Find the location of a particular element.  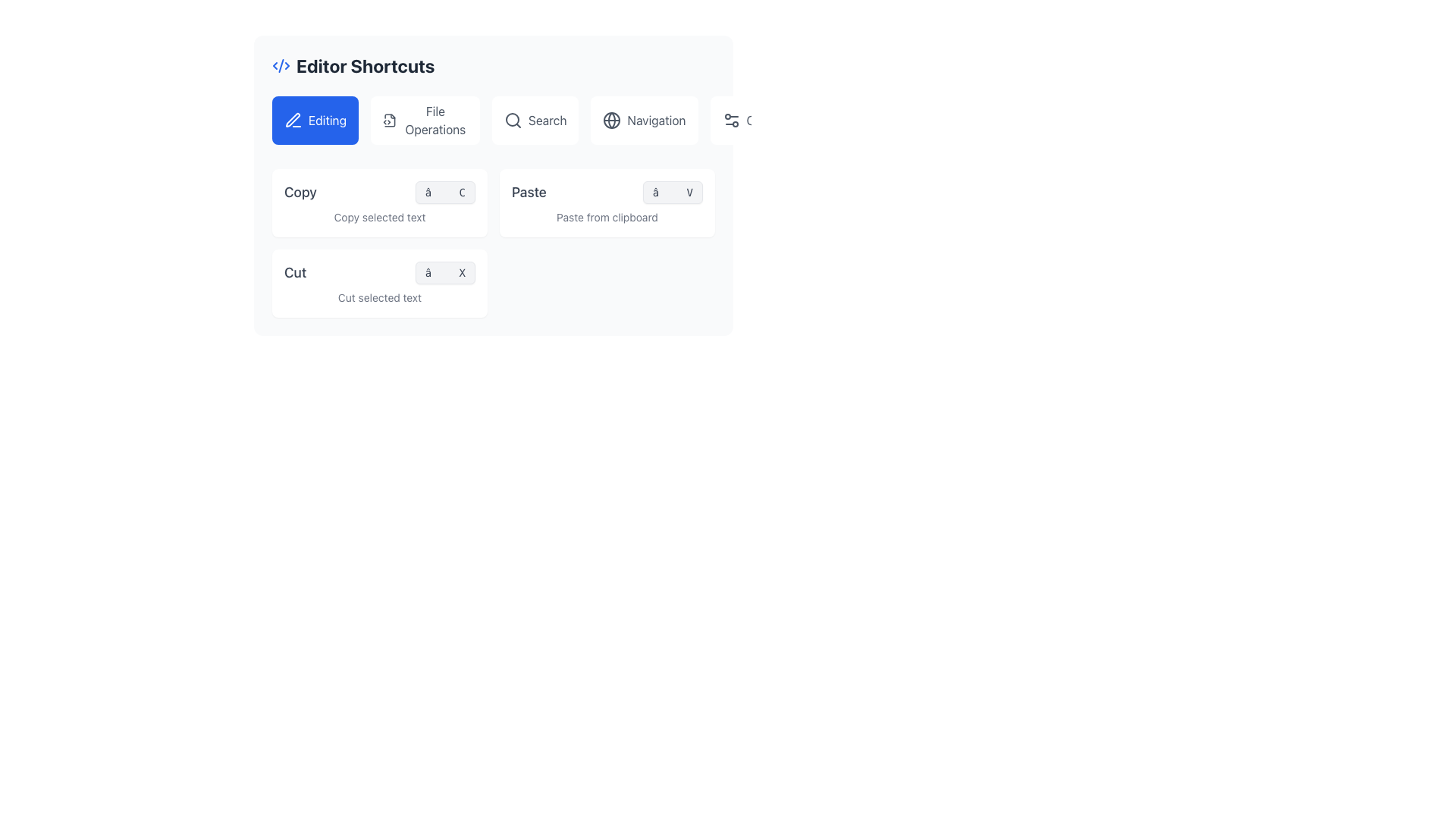

the navigational button located as the fourth item in the horizontal list of options below the 'Editor Shortcuts' heading is located at coordinates (644, 119).